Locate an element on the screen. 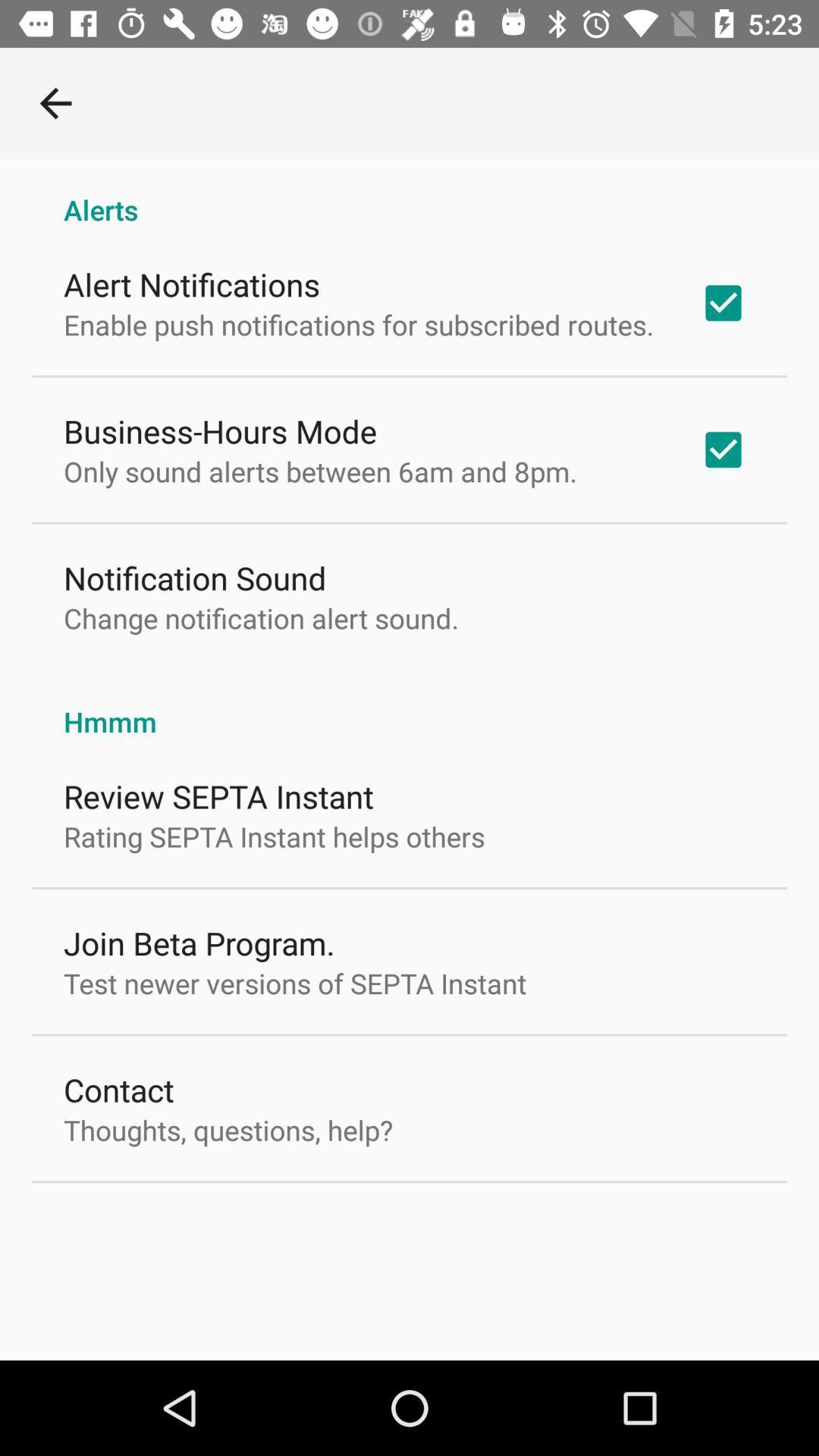 This screenshot has width=819, height=1456. test newer versions item is located at coordinates (295, 983).